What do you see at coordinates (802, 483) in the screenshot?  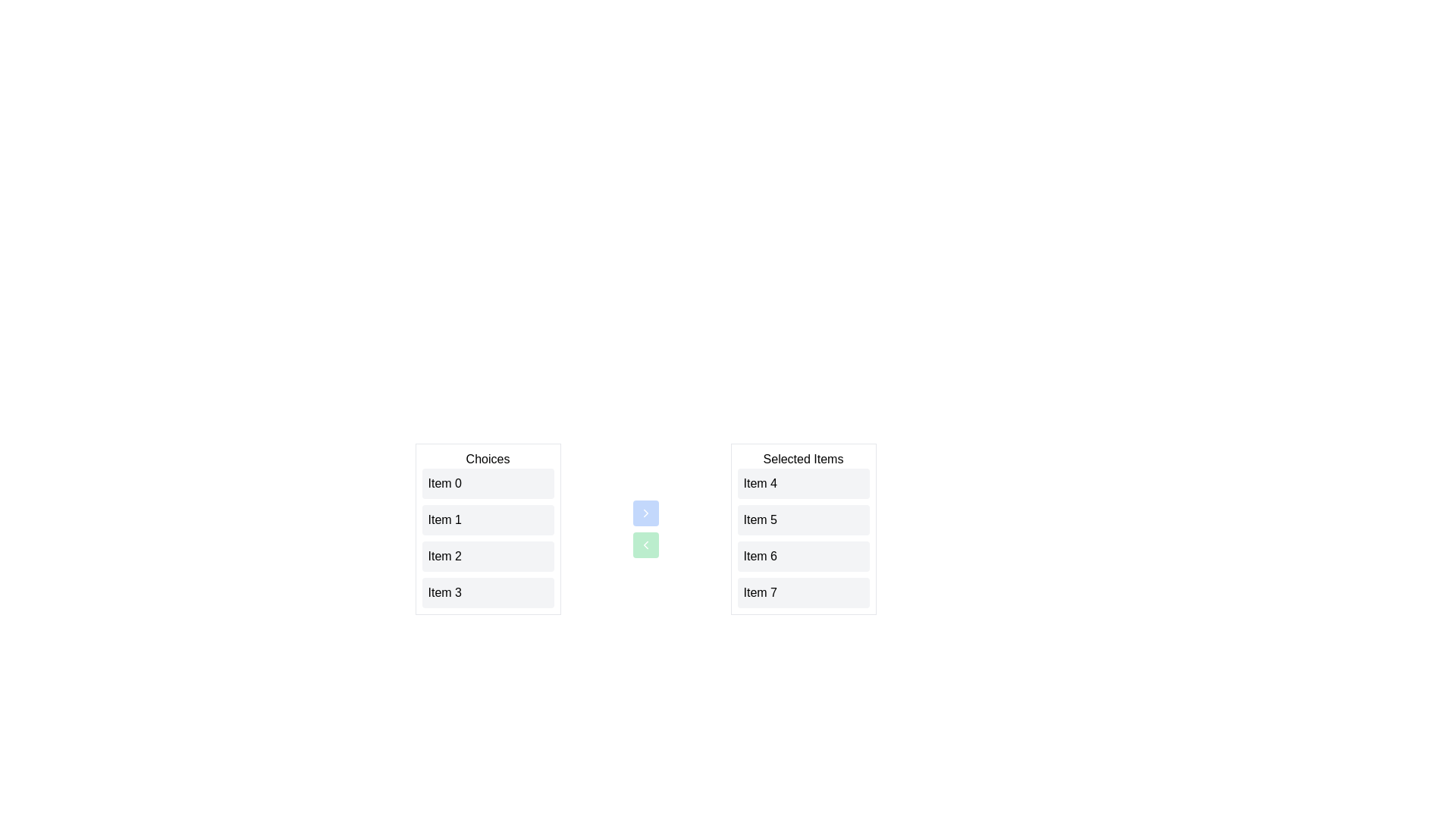 I see `the first list item labeled 'Item 4' within the 'Selected Items' section` at bounding box center [802, 483].